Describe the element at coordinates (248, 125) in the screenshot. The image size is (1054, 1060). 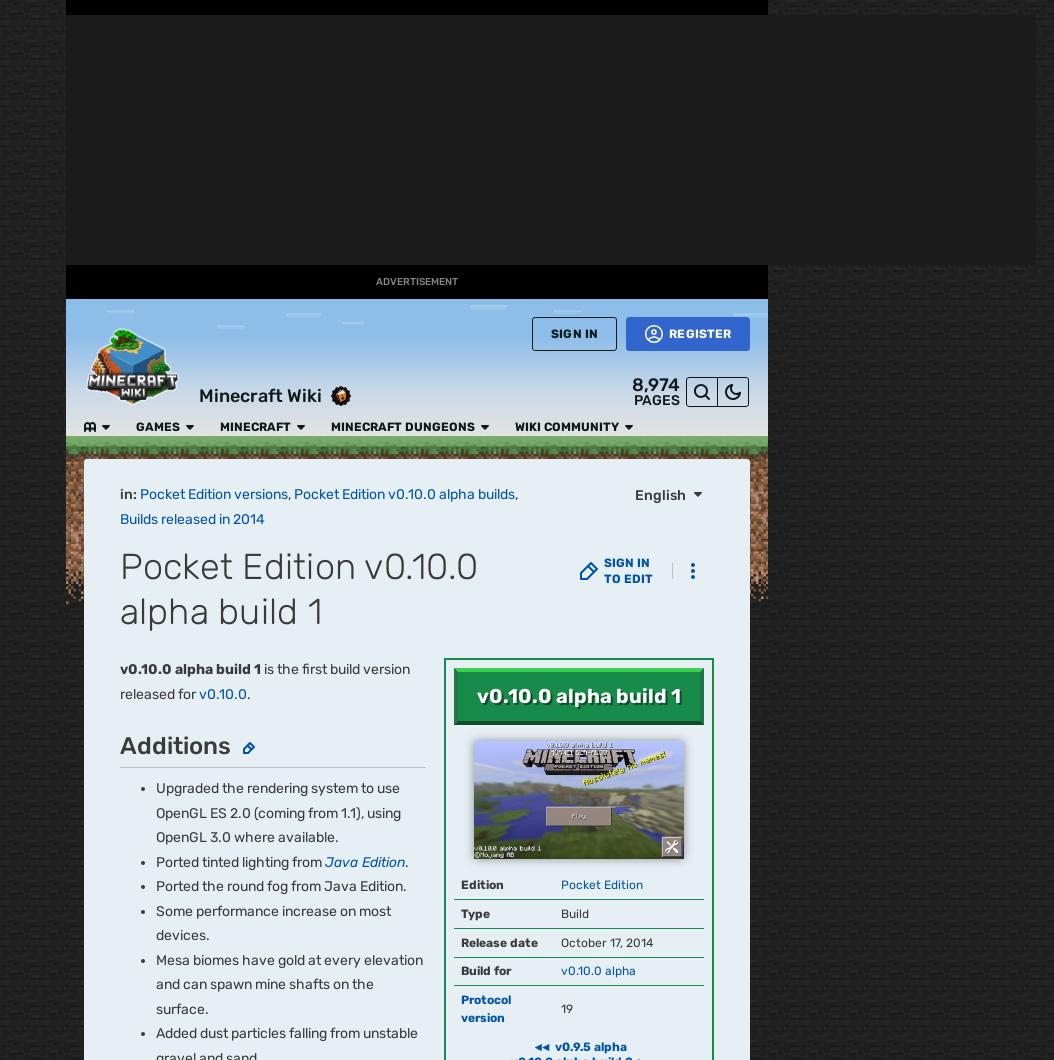
I see `'v0.14.1'` at that location.